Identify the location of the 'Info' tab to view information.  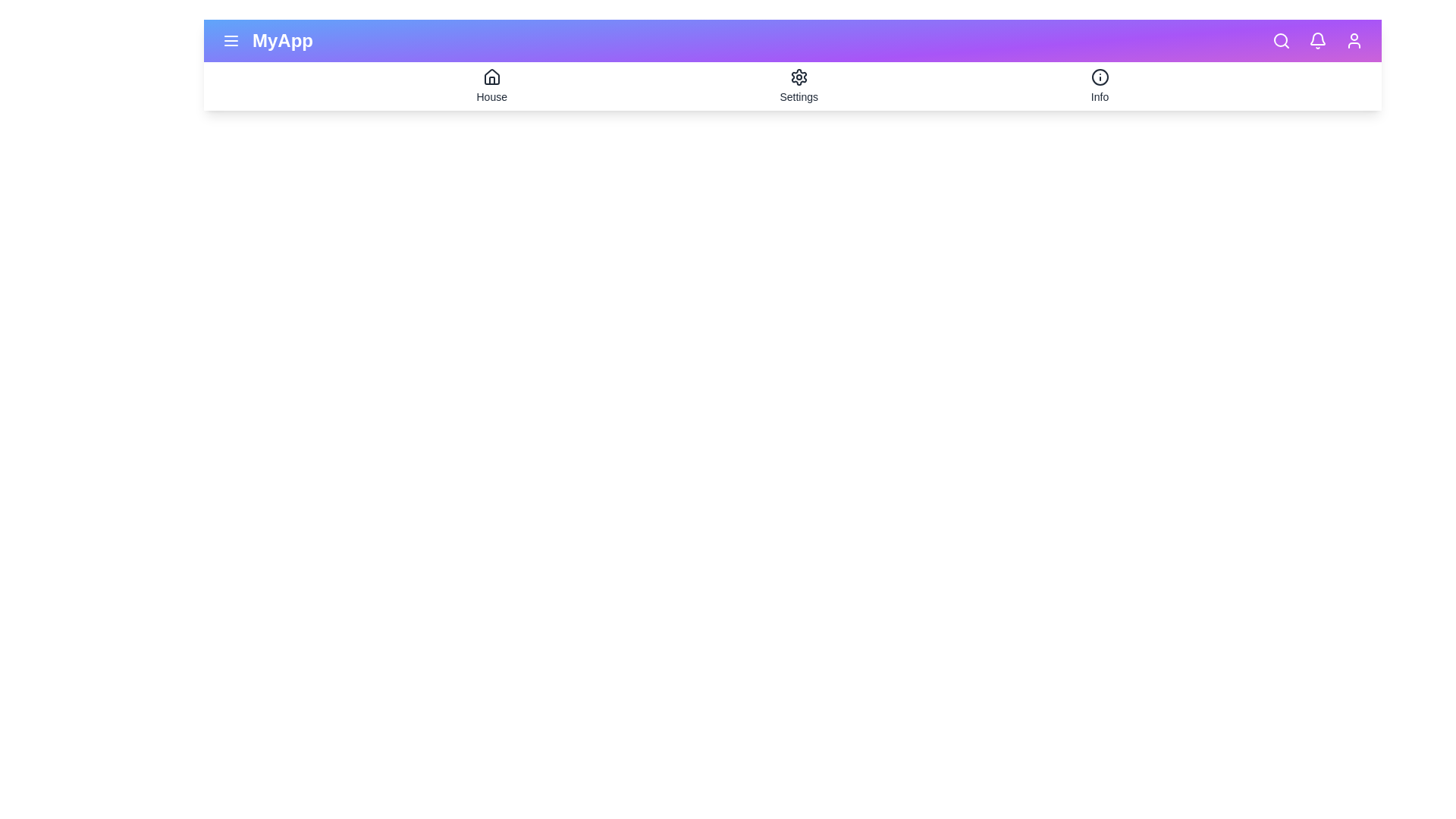
(1099, 86).